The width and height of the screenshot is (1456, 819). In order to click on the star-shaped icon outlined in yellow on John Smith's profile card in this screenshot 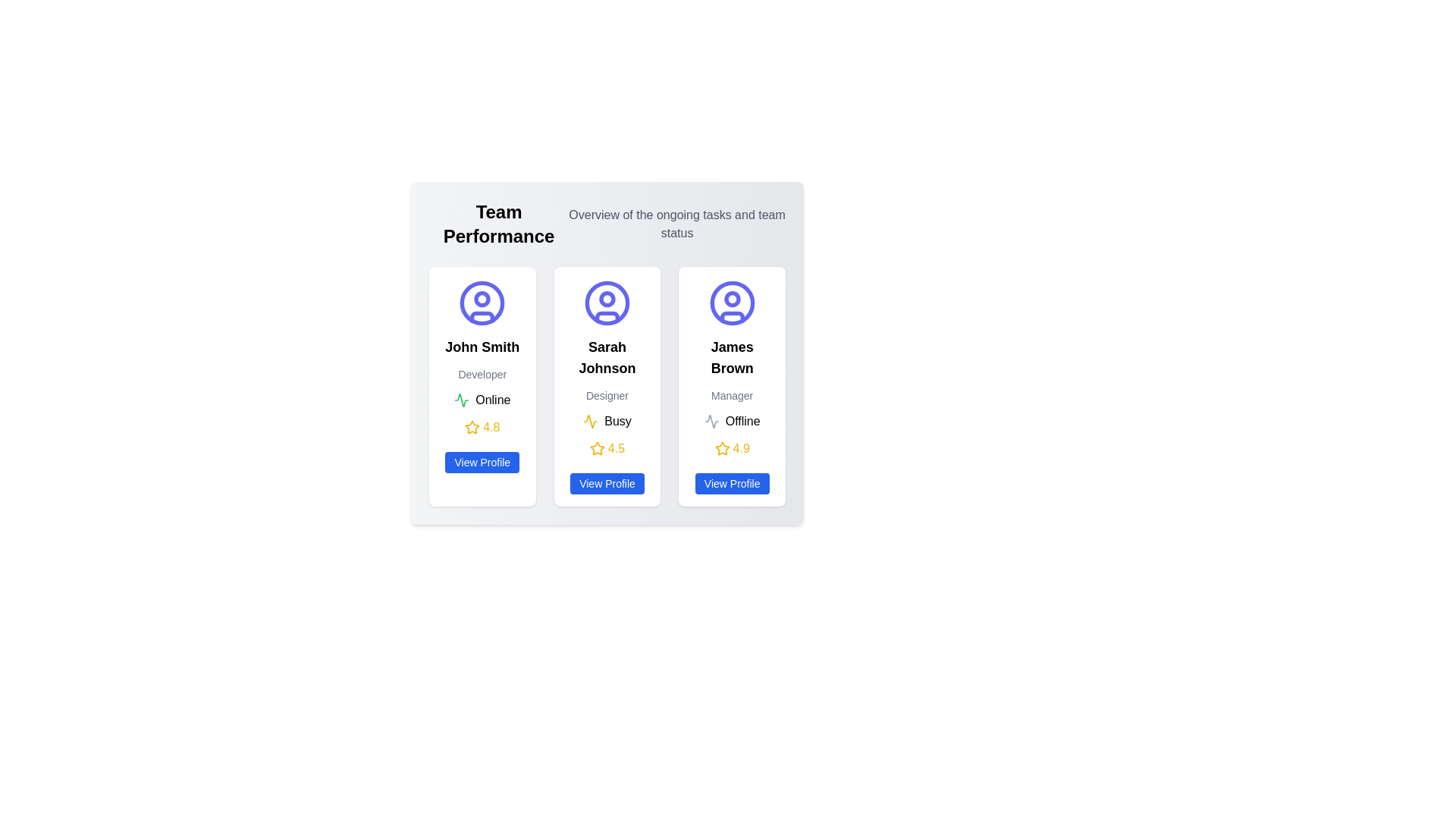, I will do `click(472, 427)`.